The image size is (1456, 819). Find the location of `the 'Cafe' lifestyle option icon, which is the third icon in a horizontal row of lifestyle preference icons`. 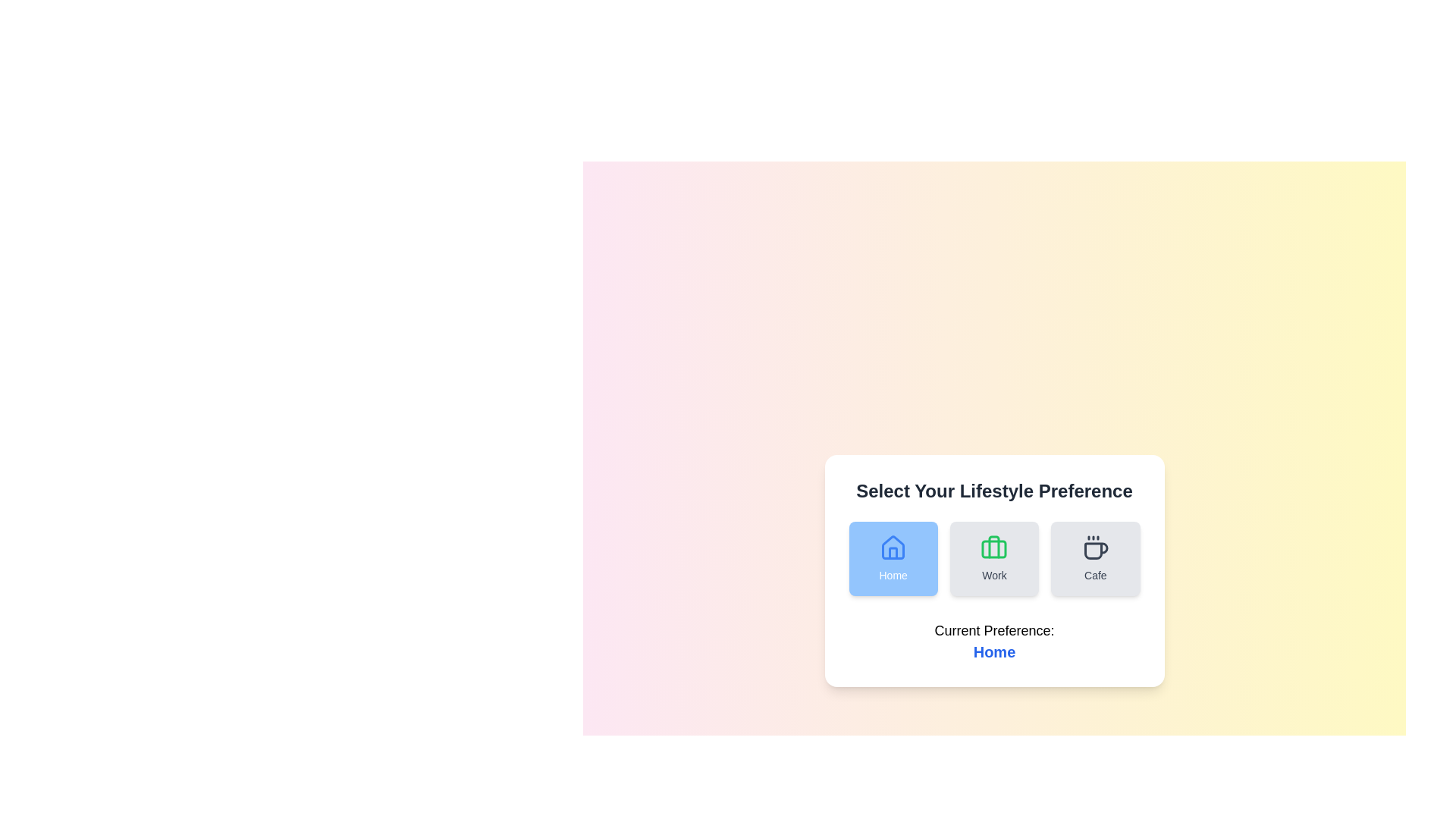

the 'Cafe' lifestyle option icon, which is the third icon in a horizontal row of lifestyle preference icons is located at coordinates (1096, 551).